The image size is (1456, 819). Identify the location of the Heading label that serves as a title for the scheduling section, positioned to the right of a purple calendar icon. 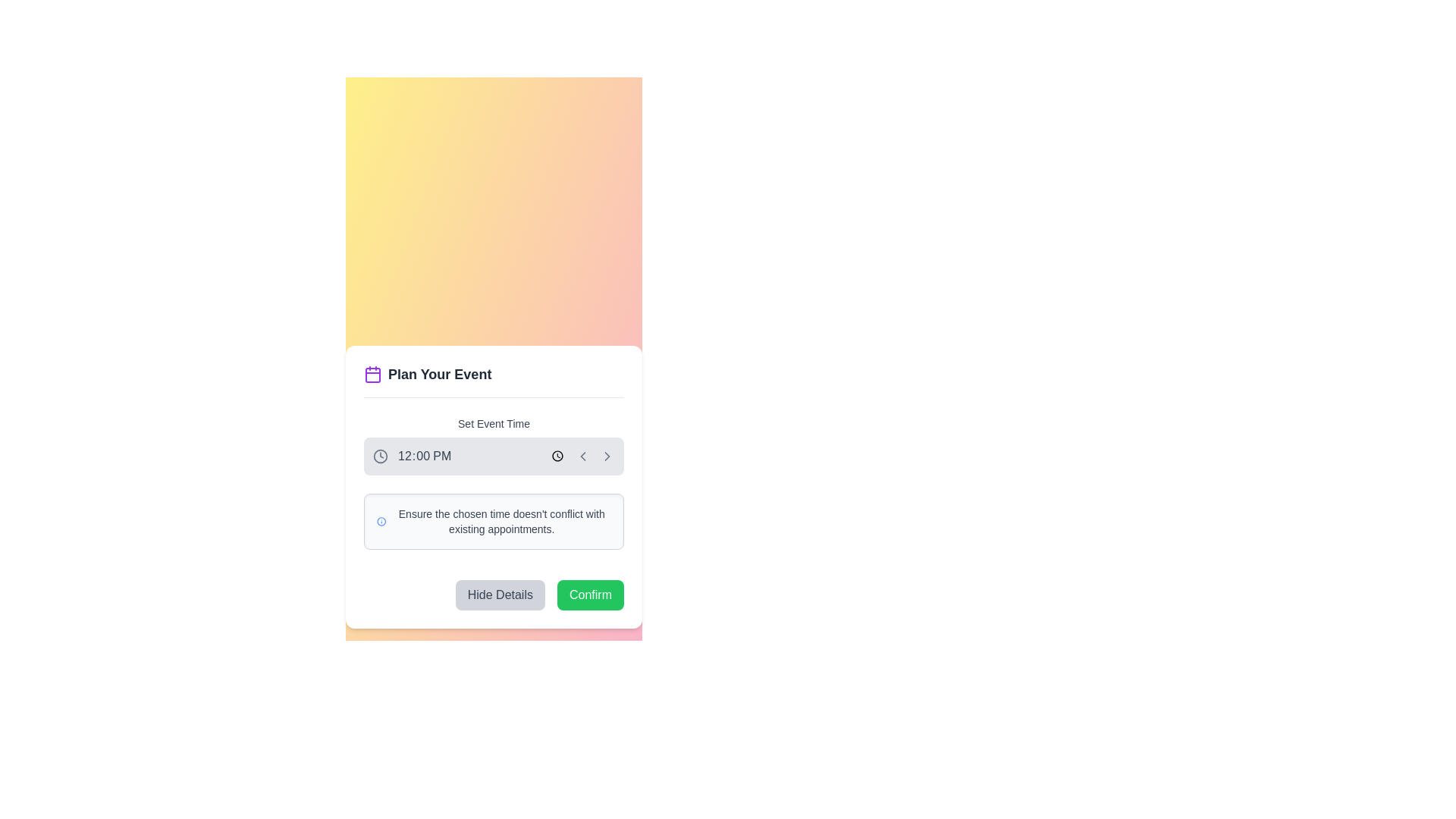
(439, 374).